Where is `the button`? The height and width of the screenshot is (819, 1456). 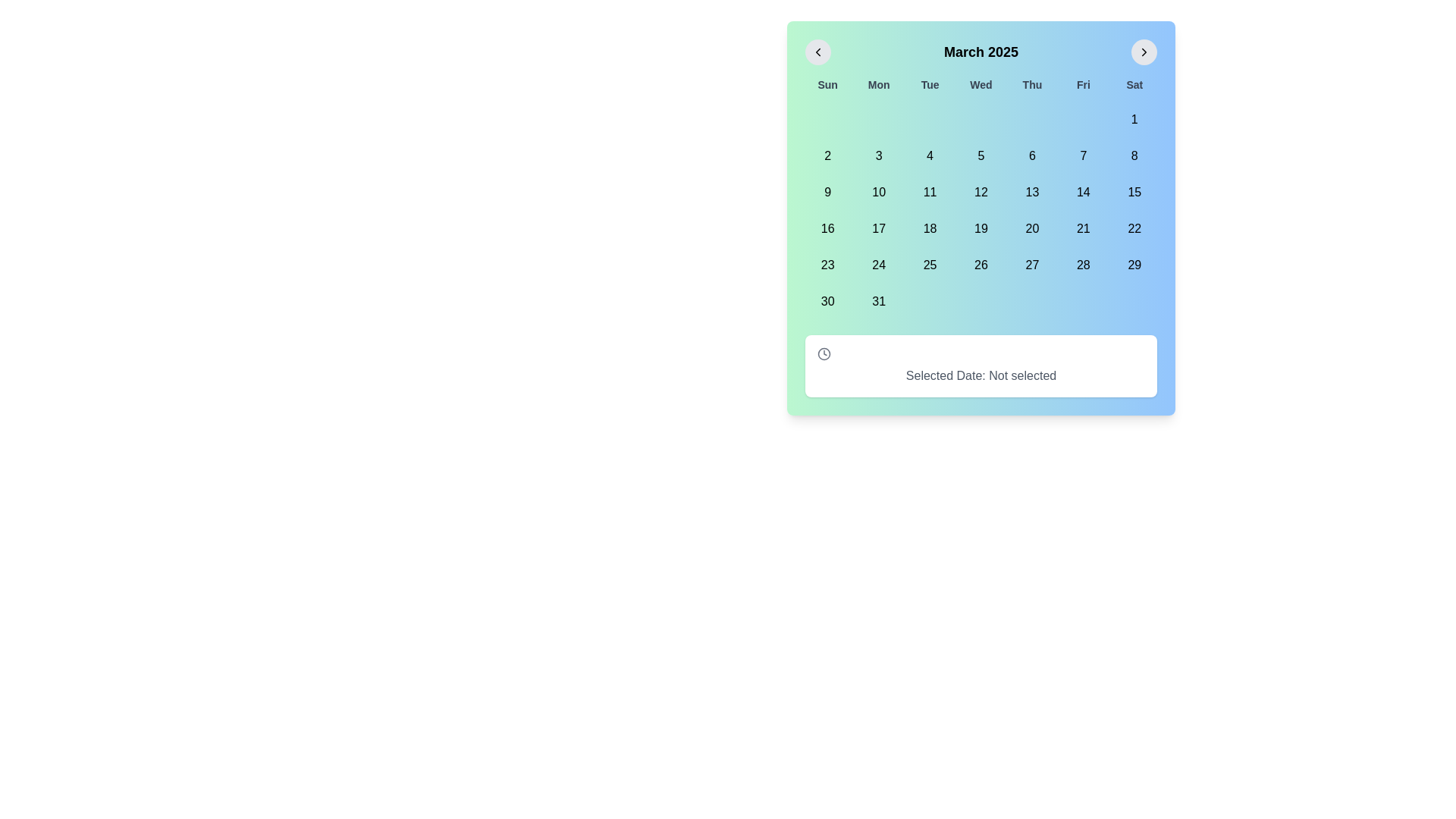 the button is located at coordinates (817, 52).